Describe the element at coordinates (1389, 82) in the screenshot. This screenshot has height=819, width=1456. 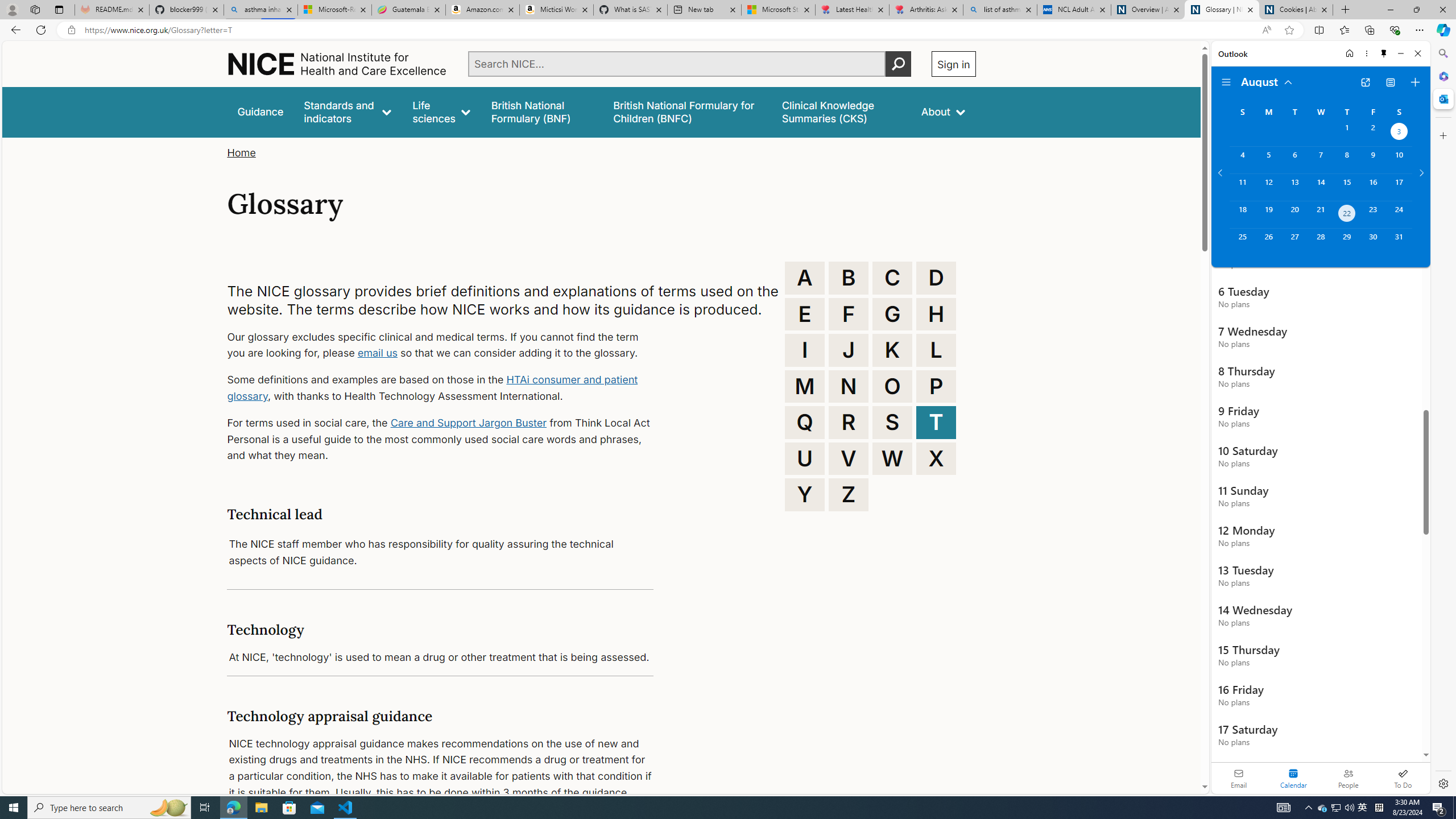
I see `'View Switcher. Current view is Agenda view'` at that location.